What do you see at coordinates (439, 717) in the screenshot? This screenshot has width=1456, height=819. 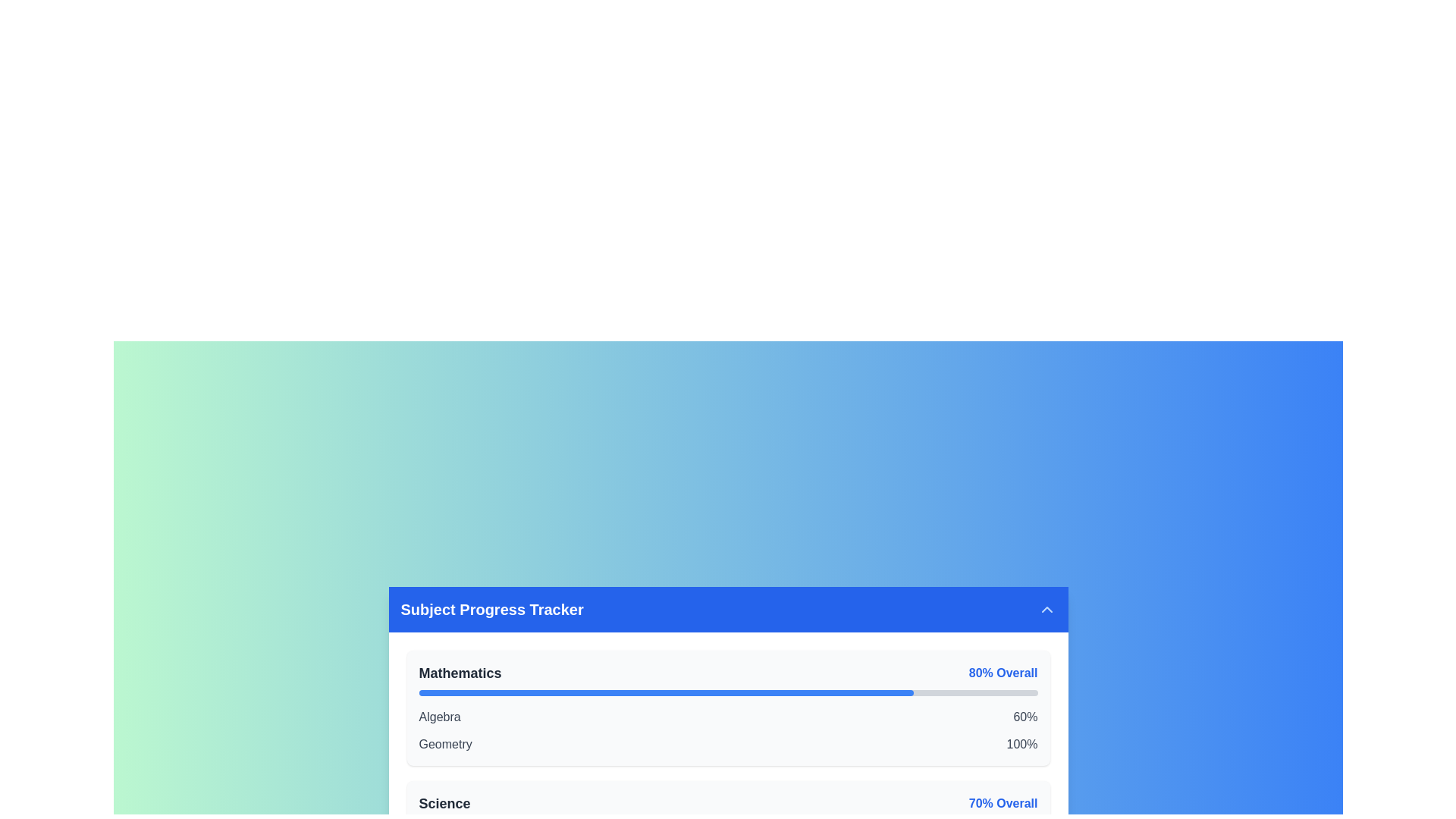 I see `text label 'Algebra' which serves as a title for the subject category within the Subject Progress Tracker module` at bounding box center [439, 717].